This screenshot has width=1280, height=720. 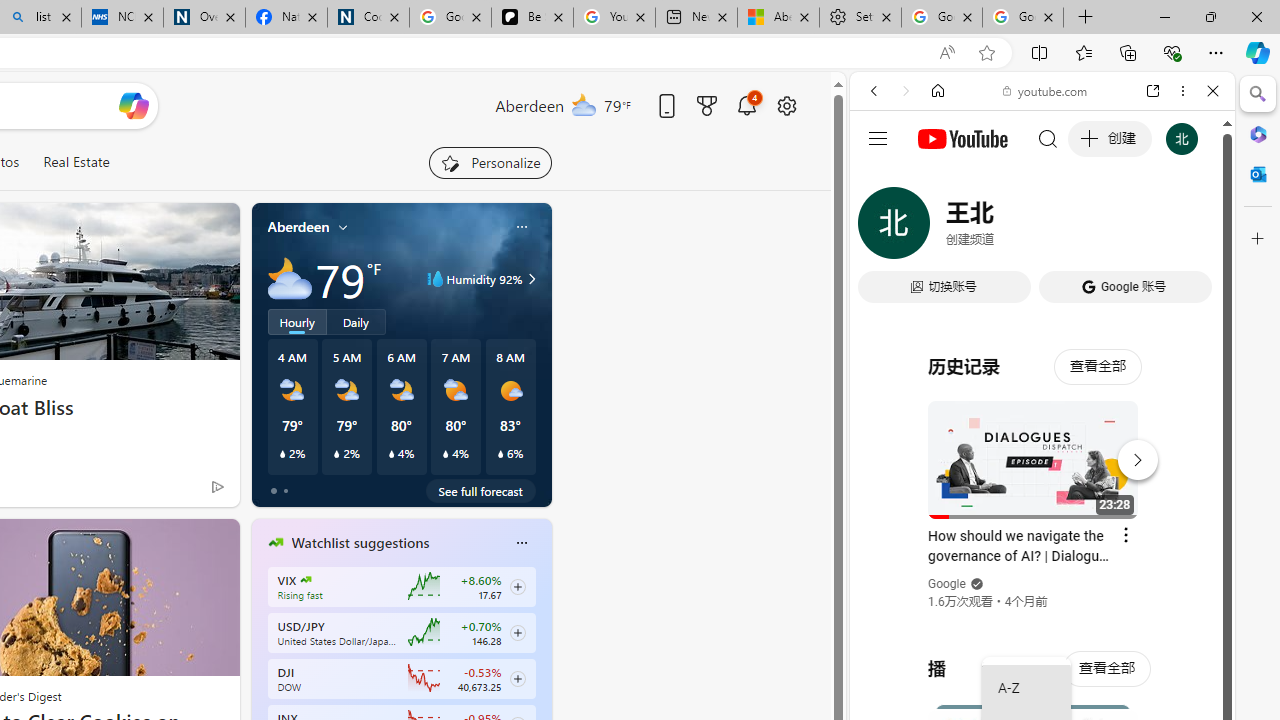 I want to click on 'Humidity 92%', so click(x=529, y=279).